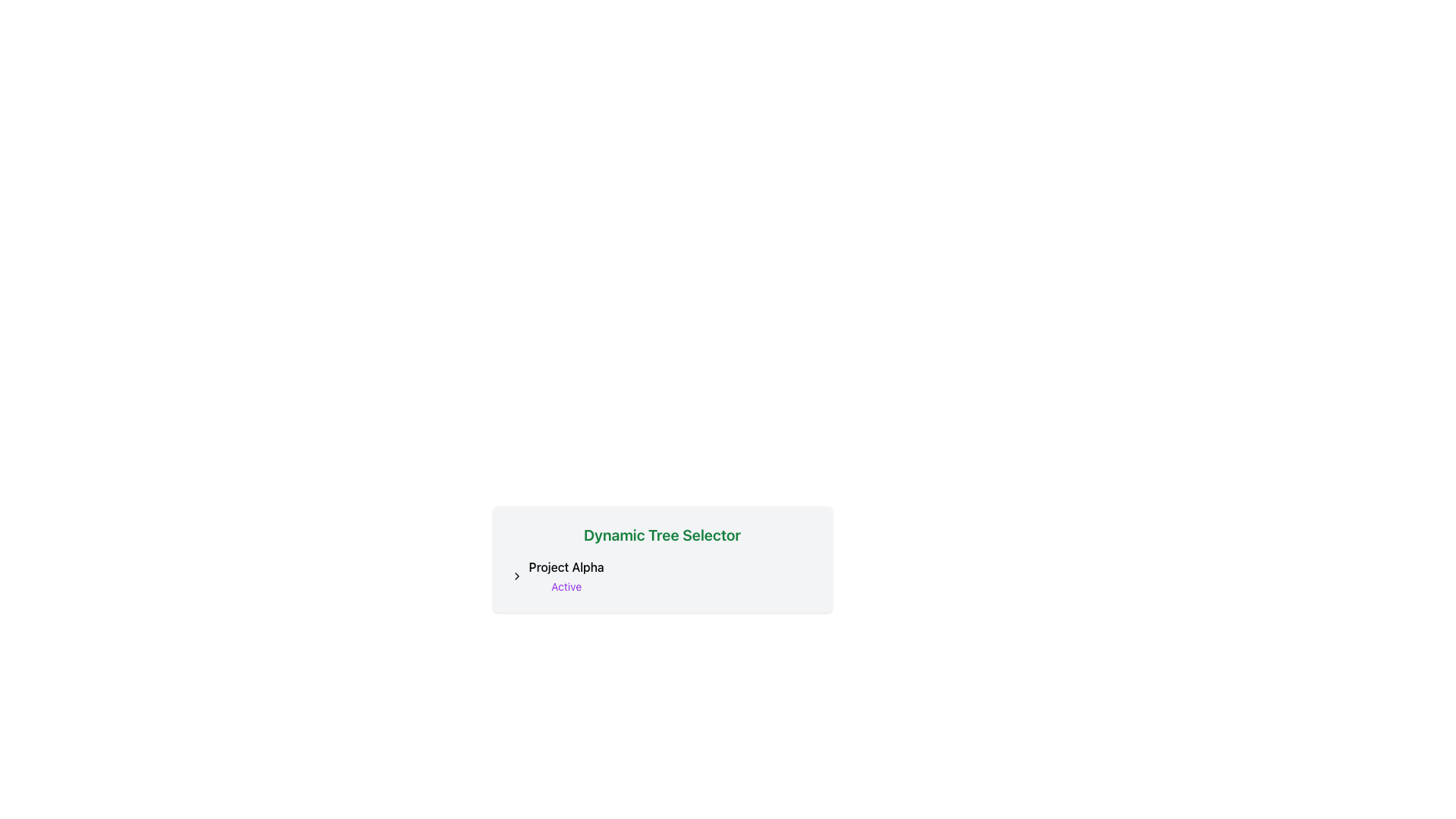 Image resolution: width=1456 pixels, height=819 pixels. What do you see at coordinates (516, 576) in the screenshot?
I see `the small chevron-shaped icon pointing to the right, located to the left of the text 'Project Alpha' with status 'Active'` at bounding box center [516, 576].